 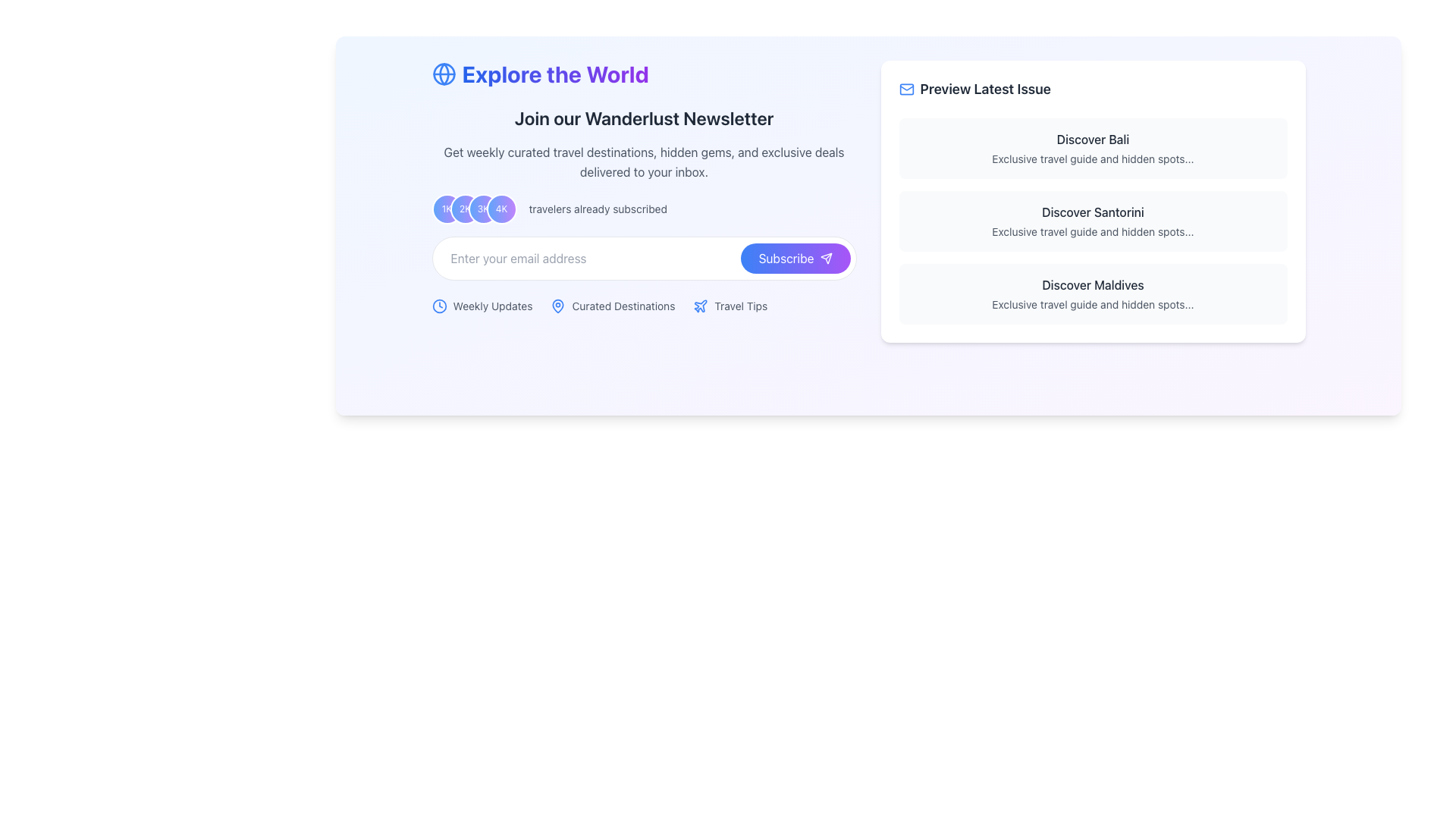 What do you see at coordinates (481, 306) in the screenshot?
I see `the 'Weekly Updates' label, which features a blue clock icon and gray text, positioned as the first item in a horizontal sequence of three items` at bounding box center [481, 306].